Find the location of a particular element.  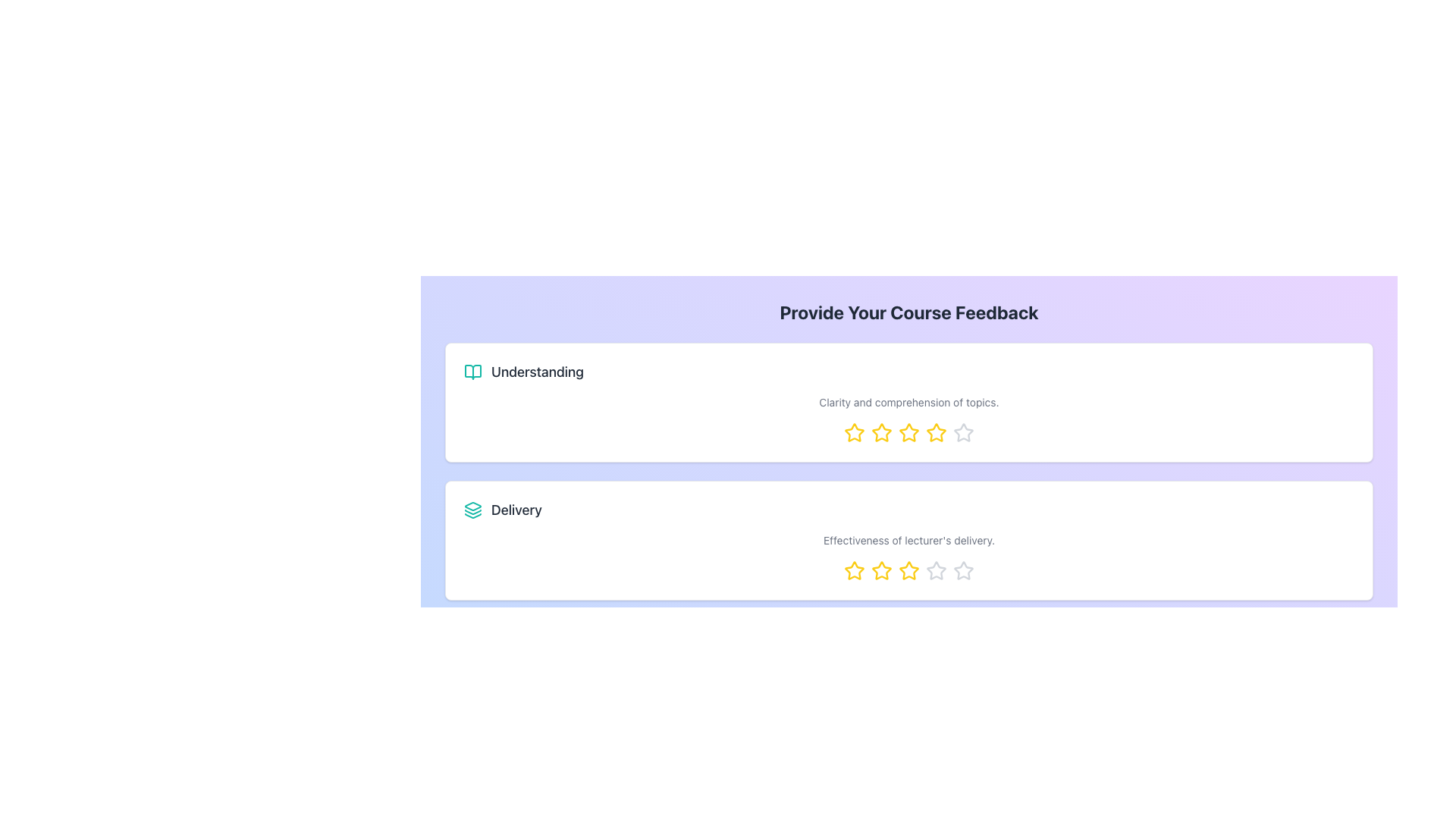

the first yellow star icon in the star rating component is located at coordinates (855, 432).